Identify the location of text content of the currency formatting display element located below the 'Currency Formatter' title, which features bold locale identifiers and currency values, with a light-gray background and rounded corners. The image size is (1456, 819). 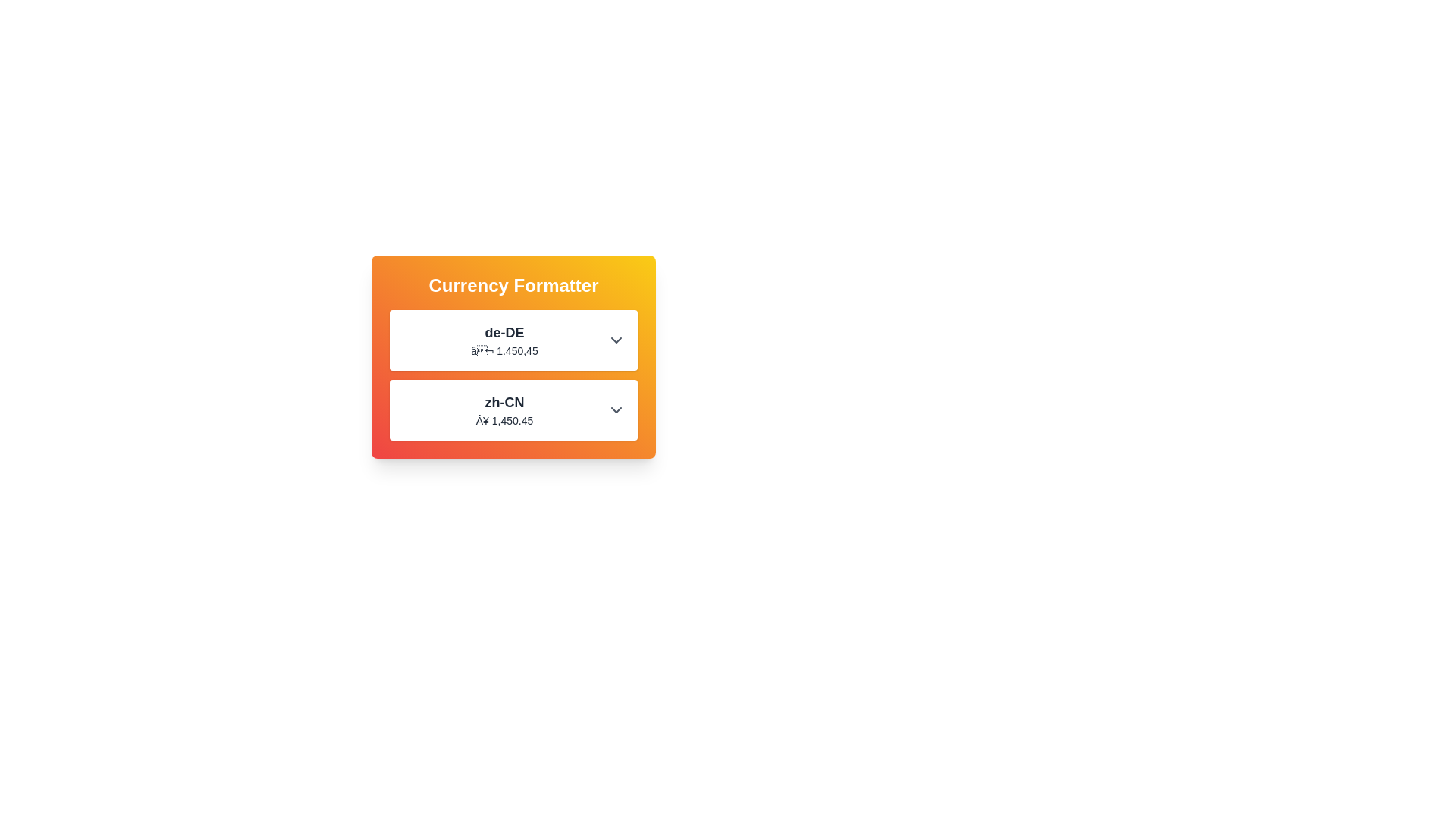
(513, 375).